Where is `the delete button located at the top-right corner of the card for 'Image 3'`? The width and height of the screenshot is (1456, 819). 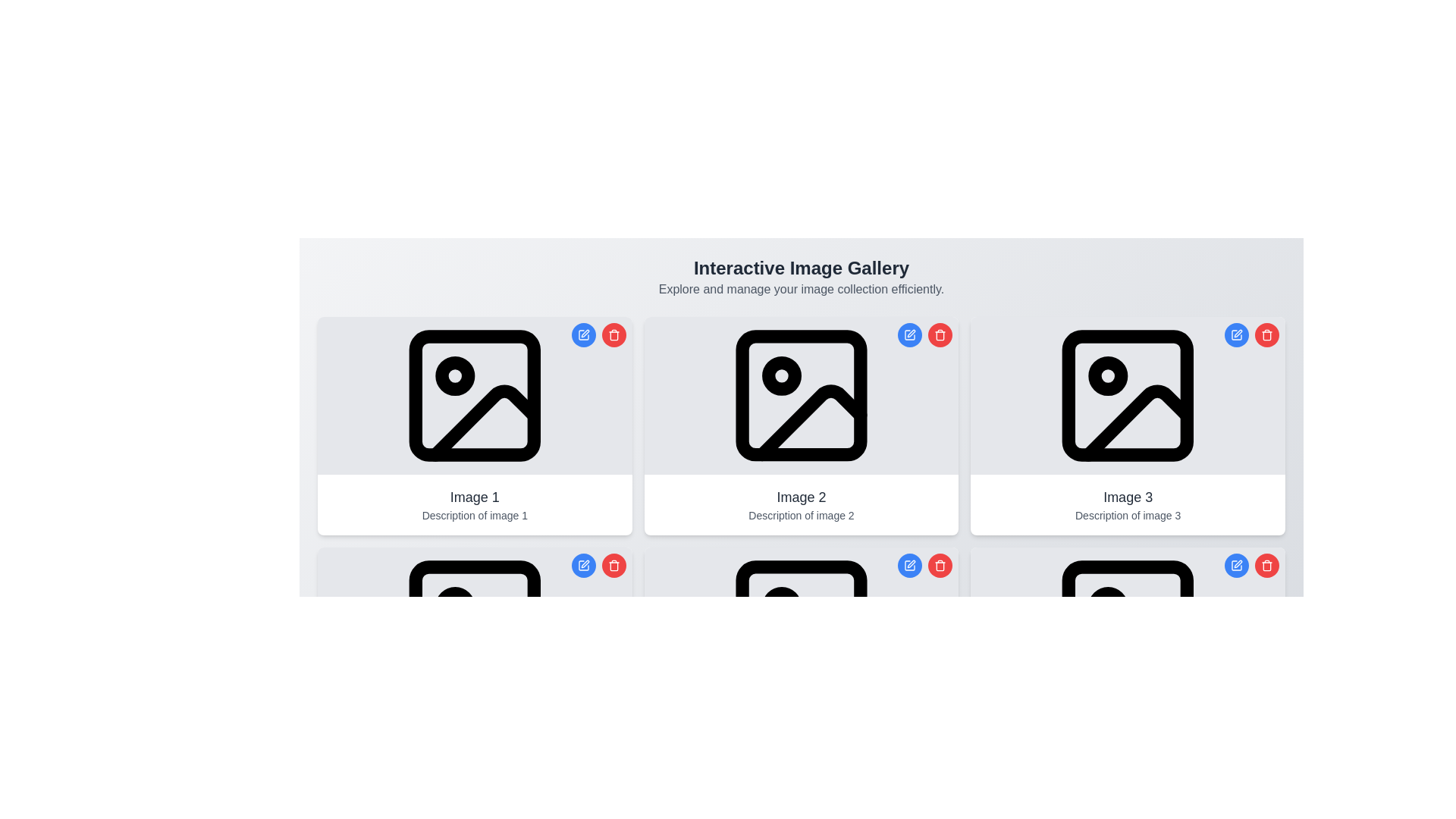
the delete button located at the top-right corner of the card for 'Image 3' is located at coordinates (1266, 334).